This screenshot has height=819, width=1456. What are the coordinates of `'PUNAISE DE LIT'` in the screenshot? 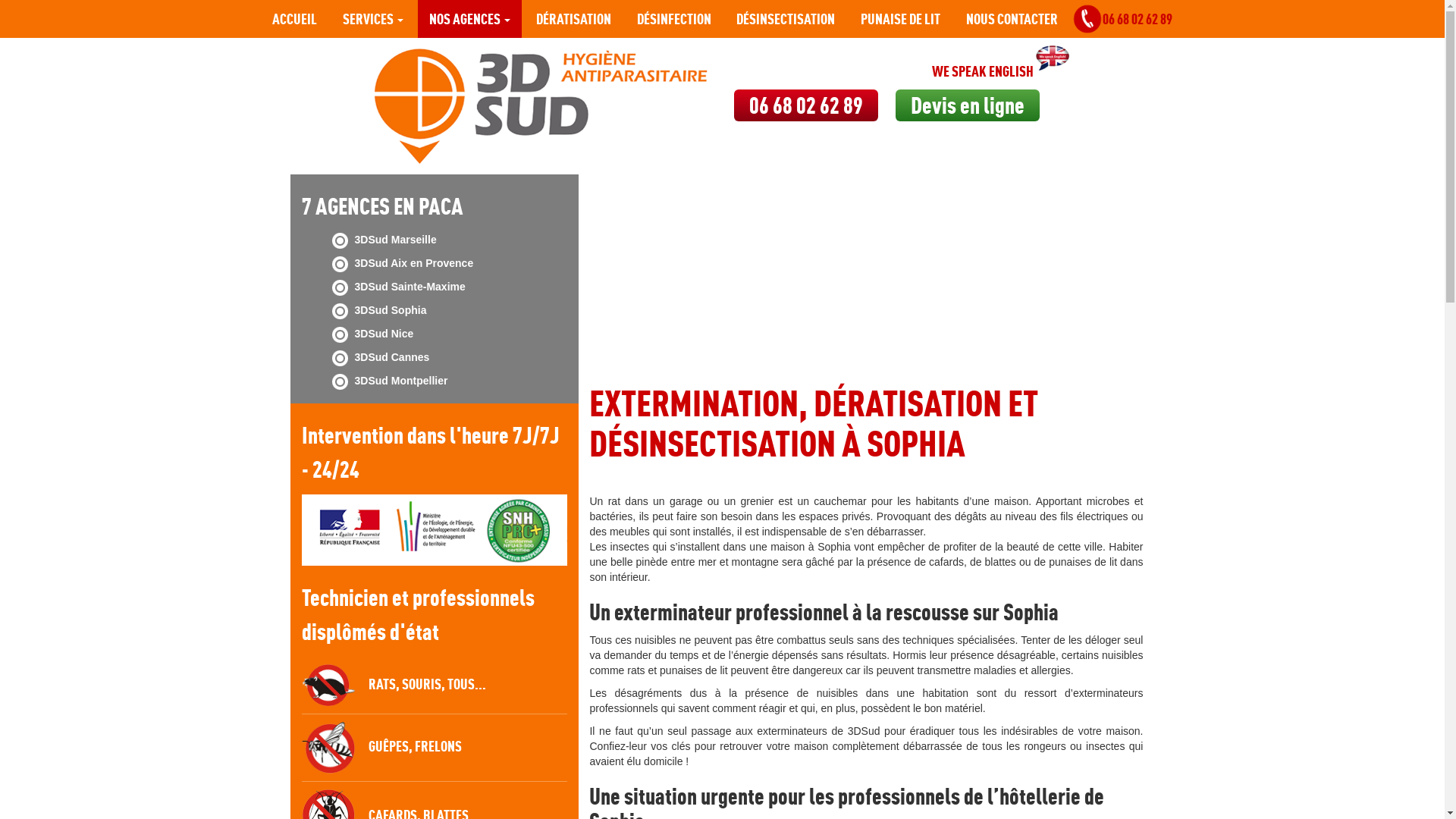 It's located at (900, 18).